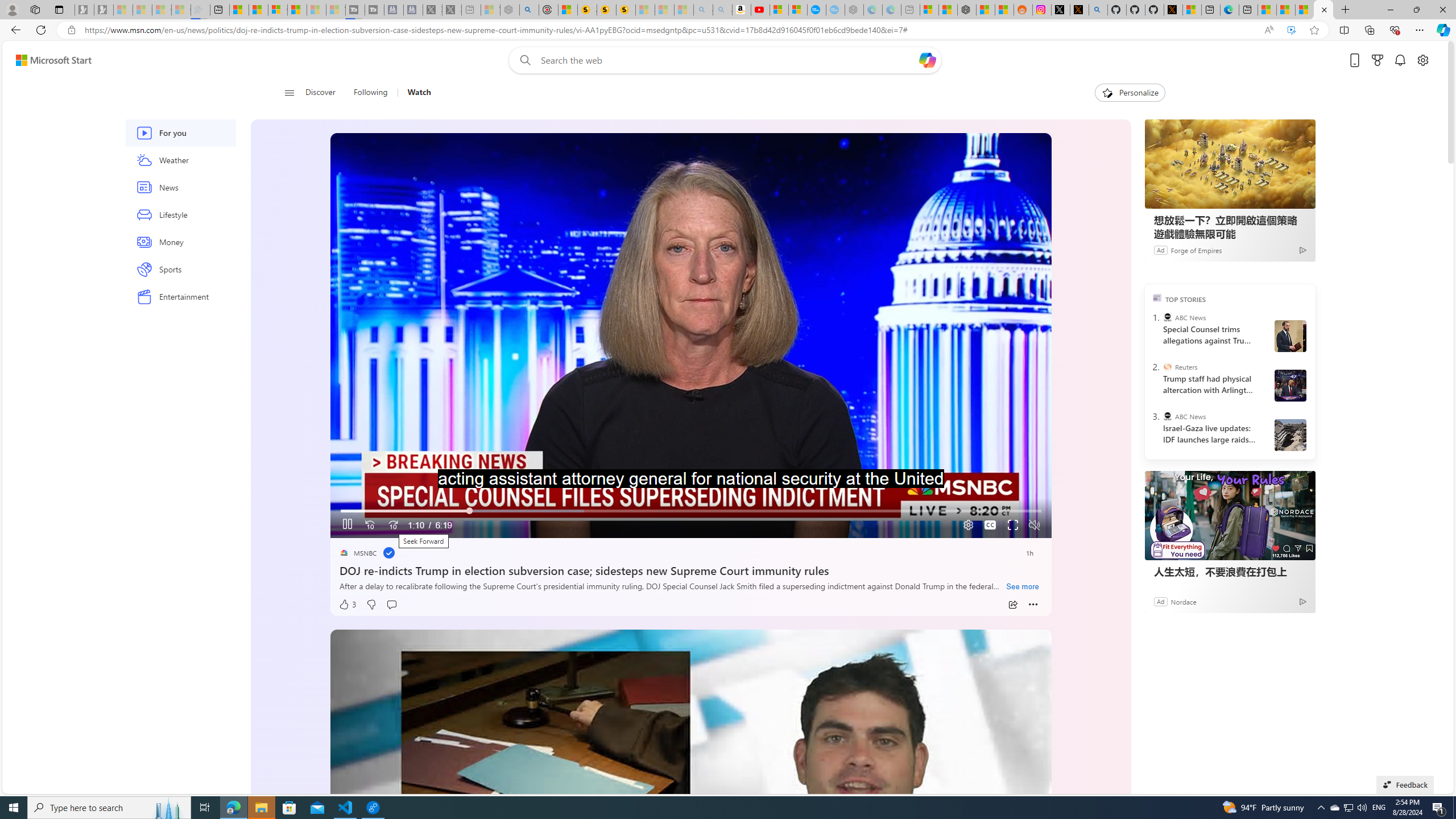 This screenshot has height=819, width=1456. I want to click on 'Nordace - Summer Adventures 2024 - Sleeping', so click(510, 9).